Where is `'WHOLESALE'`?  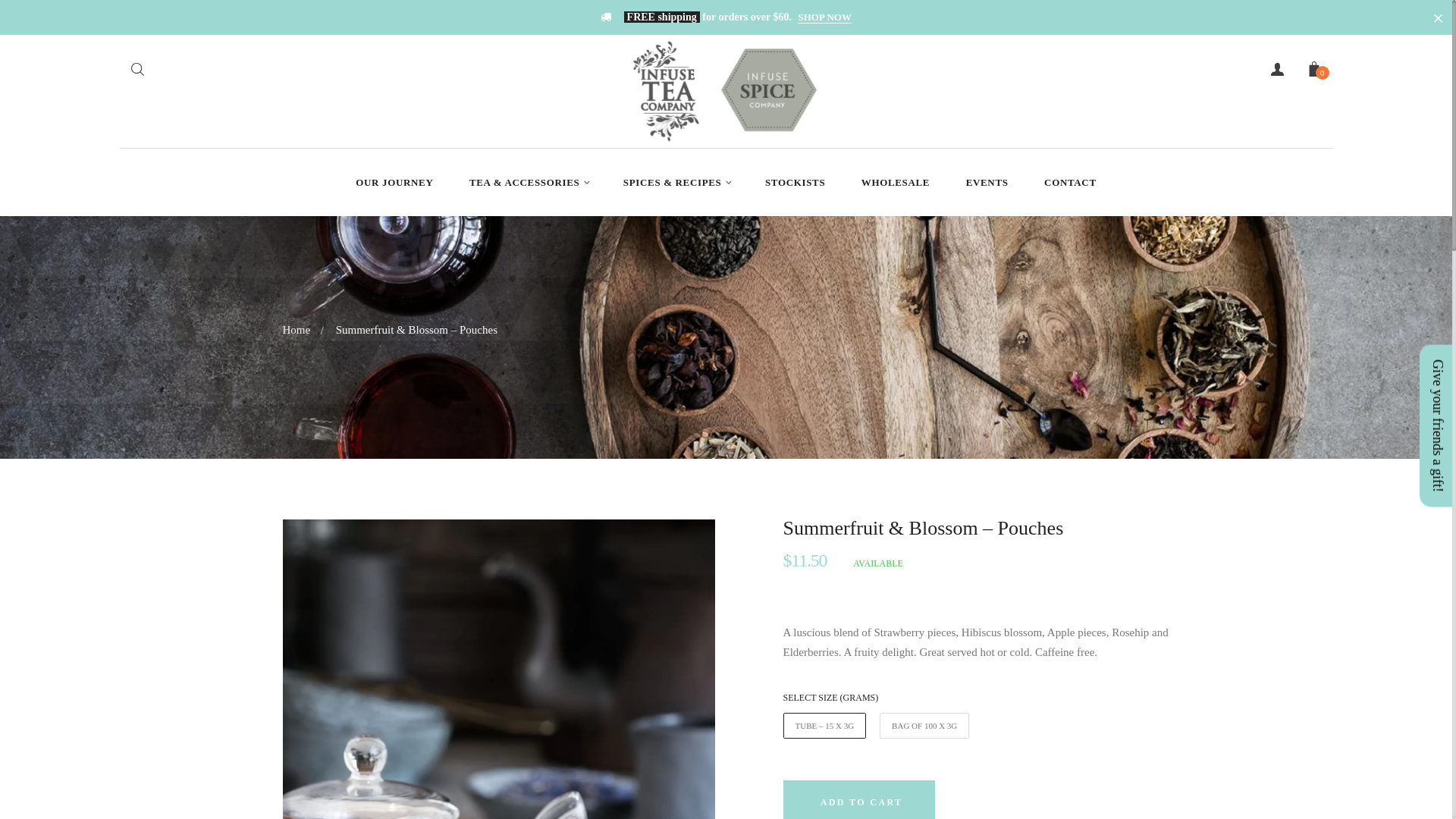 'WHOLESALE' is located at coordinates (895, 181).